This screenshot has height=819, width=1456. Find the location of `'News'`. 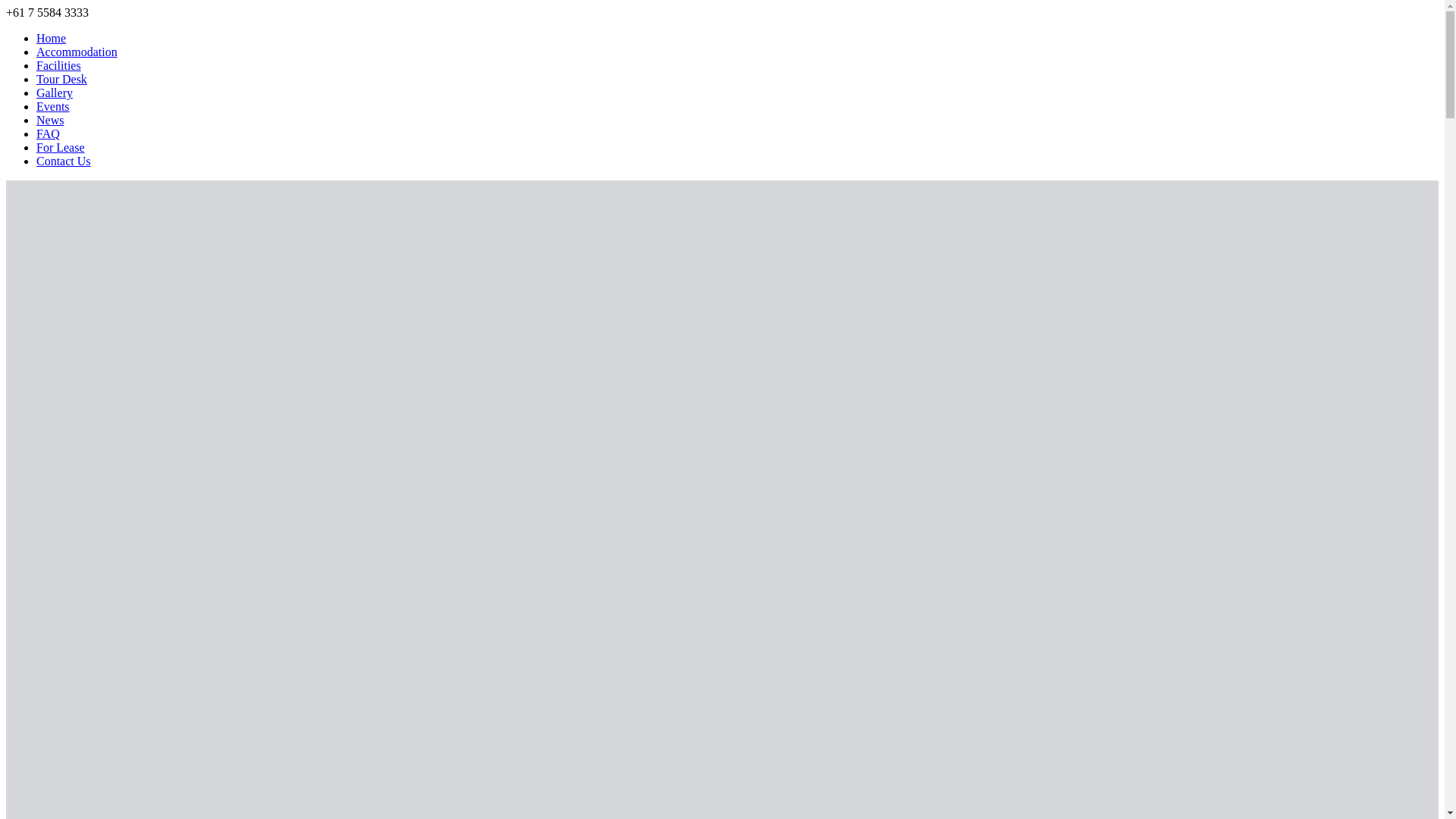

'News' is located at coordinates (50, 119).